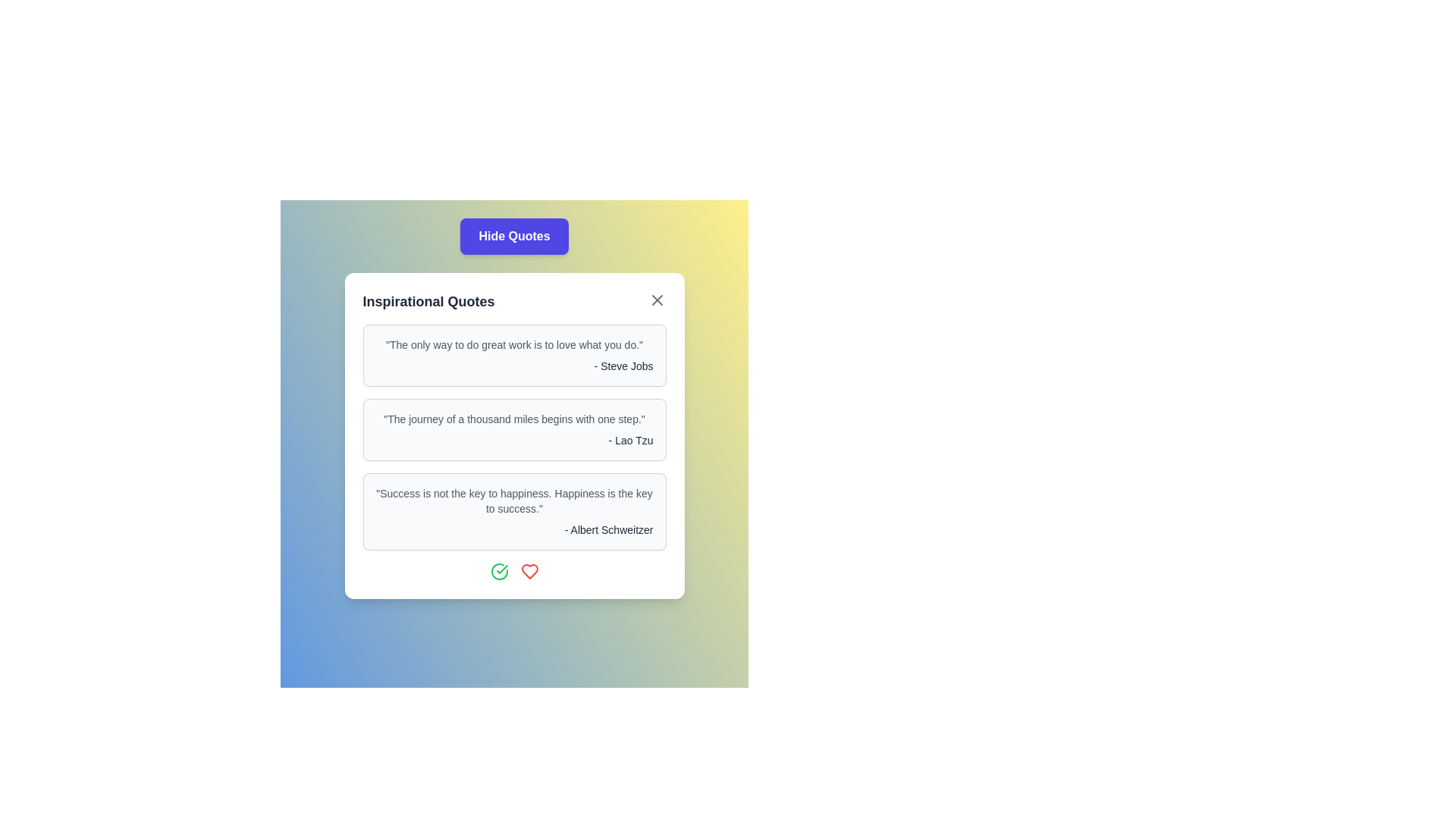 This screenshot has height=819, width=1456. What do you see at coordinates (514, 435) in the screenshot?
I see `the middle quote card in the modal dialog titled 'Inspirational Quotes', which has a white background, gray borders, and displays a quote and its author in a minimalistic style` at bounding box center [514, 435].